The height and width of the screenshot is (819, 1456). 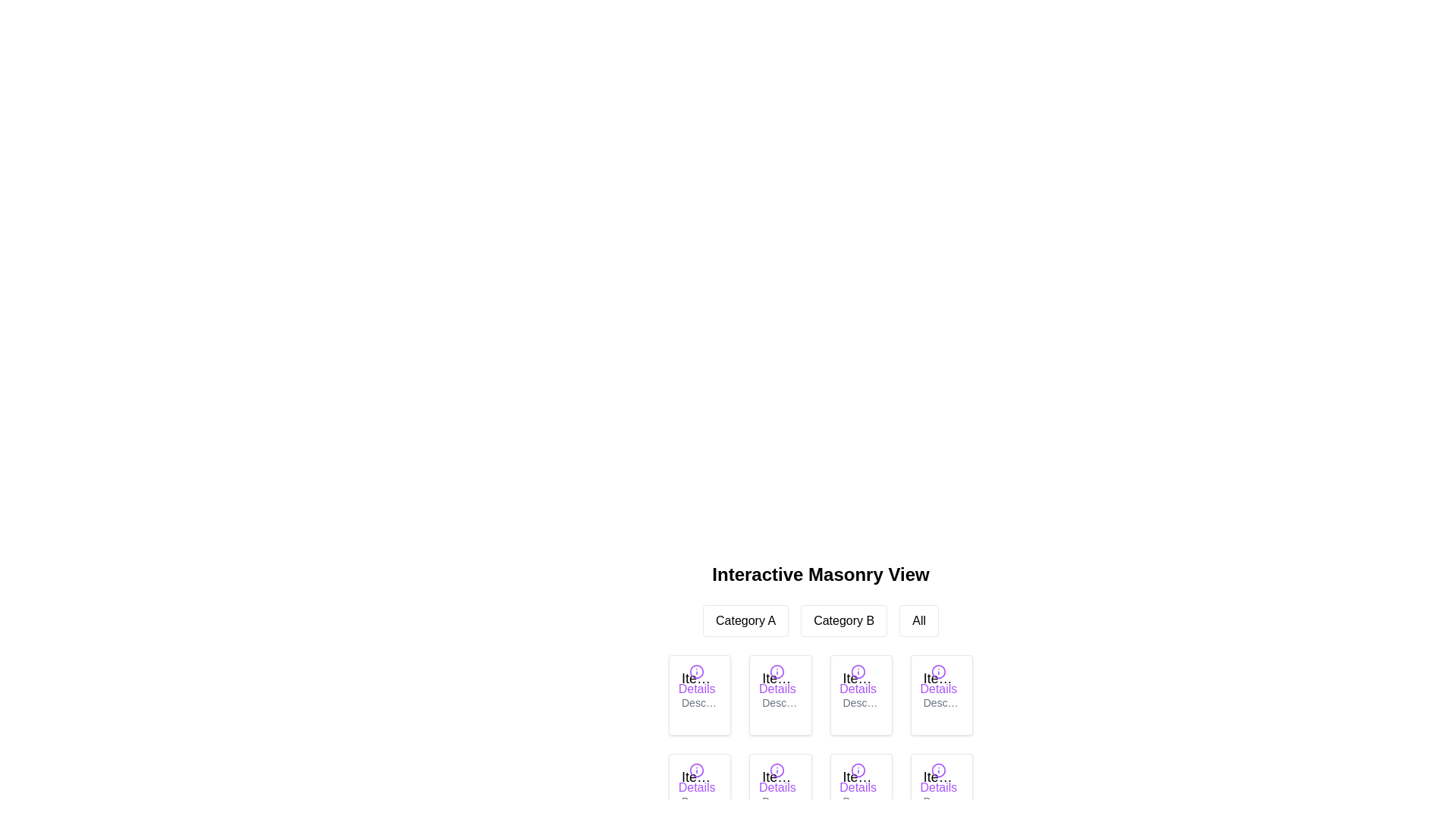 I want to click on the purple 'i' icon within the 'Details' card located in the upper-right corner of the grid layout under the 'Interactive Masonry View' title, so click(x=858, y=670).